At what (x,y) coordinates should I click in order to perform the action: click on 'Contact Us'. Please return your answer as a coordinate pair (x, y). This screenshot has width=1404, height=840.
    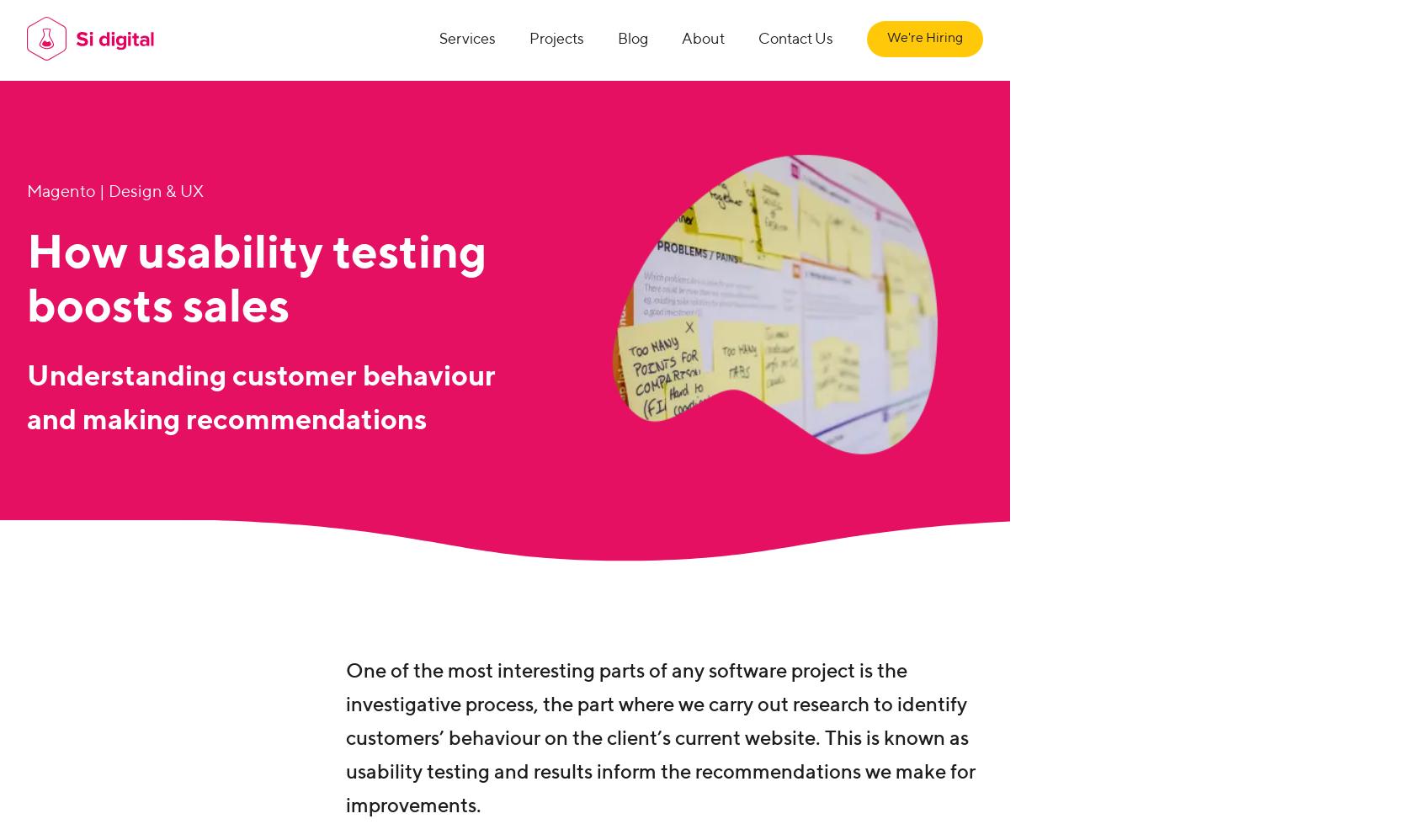
    Looking at the image, I should click on (795, 40).